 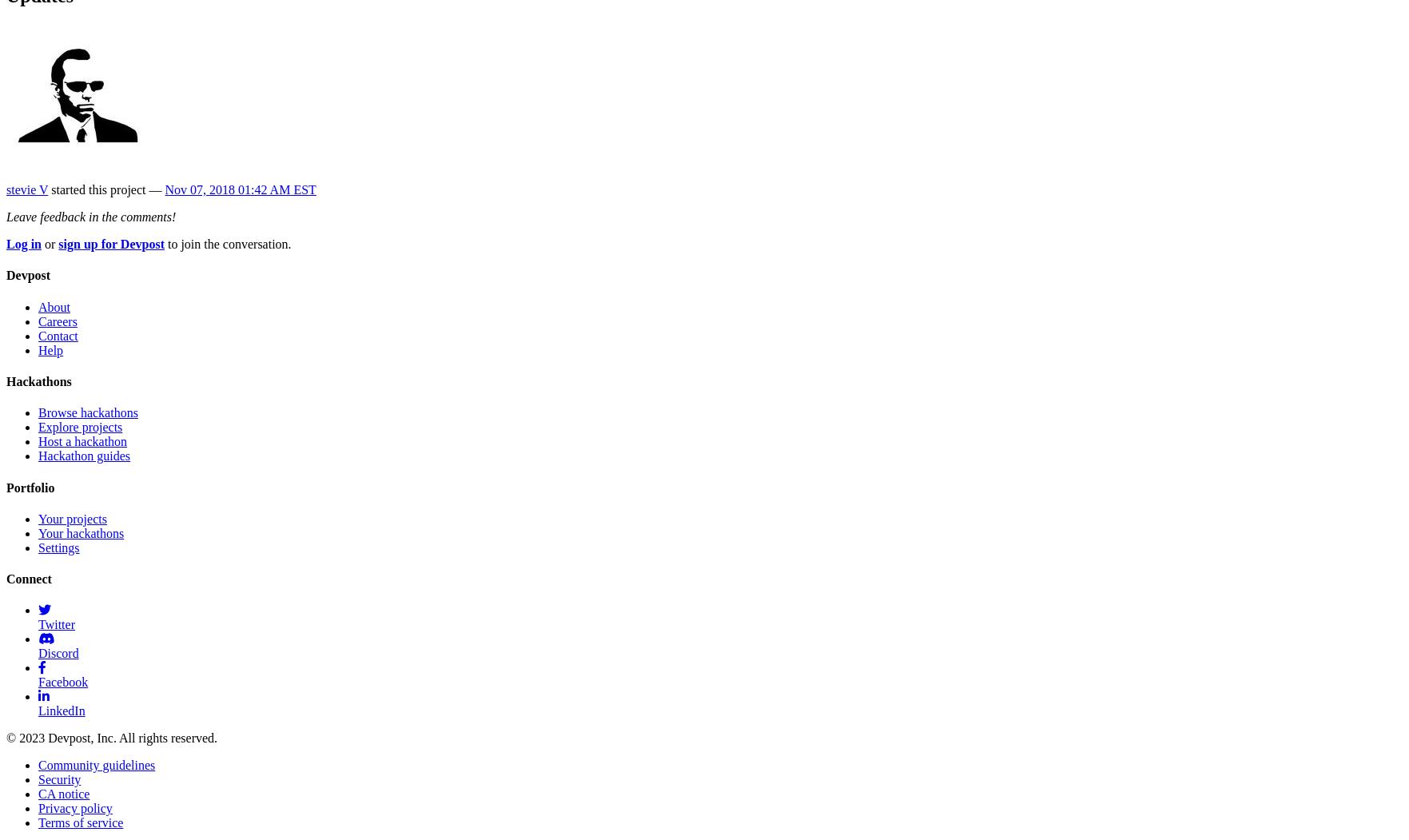 What do you see at coordinates (28, 275) in the screenshot?
I see `'Devpost'` at bounding box center [28, 275].